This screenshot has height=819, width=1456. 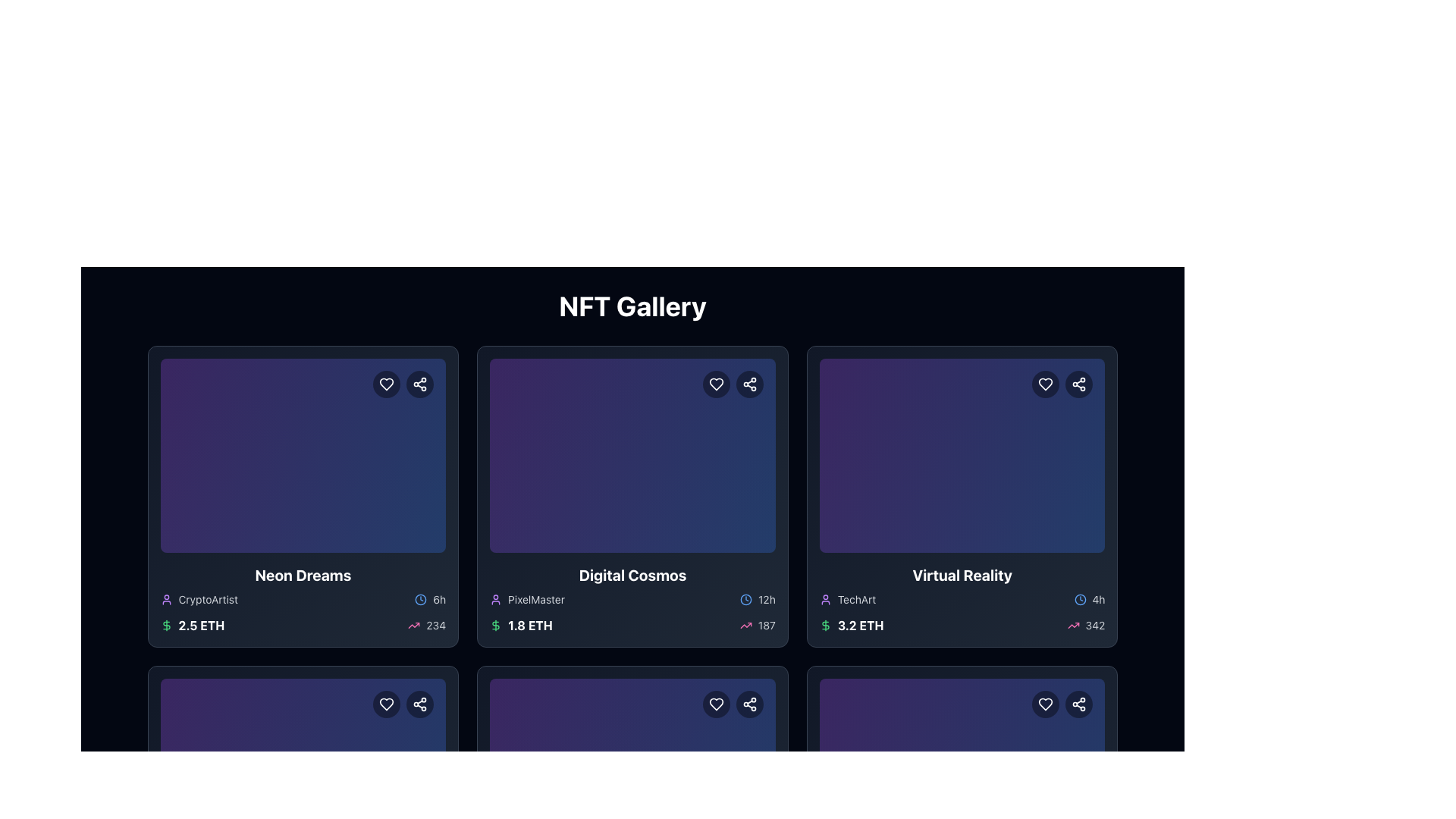 What do you see at coordinates (536, 598) in the screenshot?
I see `the text label displaying 'PixelMaster', which is gray in color and located next to a small purple user icon within the 'Digital Cosmos' card` at bounding box center [536, 598].